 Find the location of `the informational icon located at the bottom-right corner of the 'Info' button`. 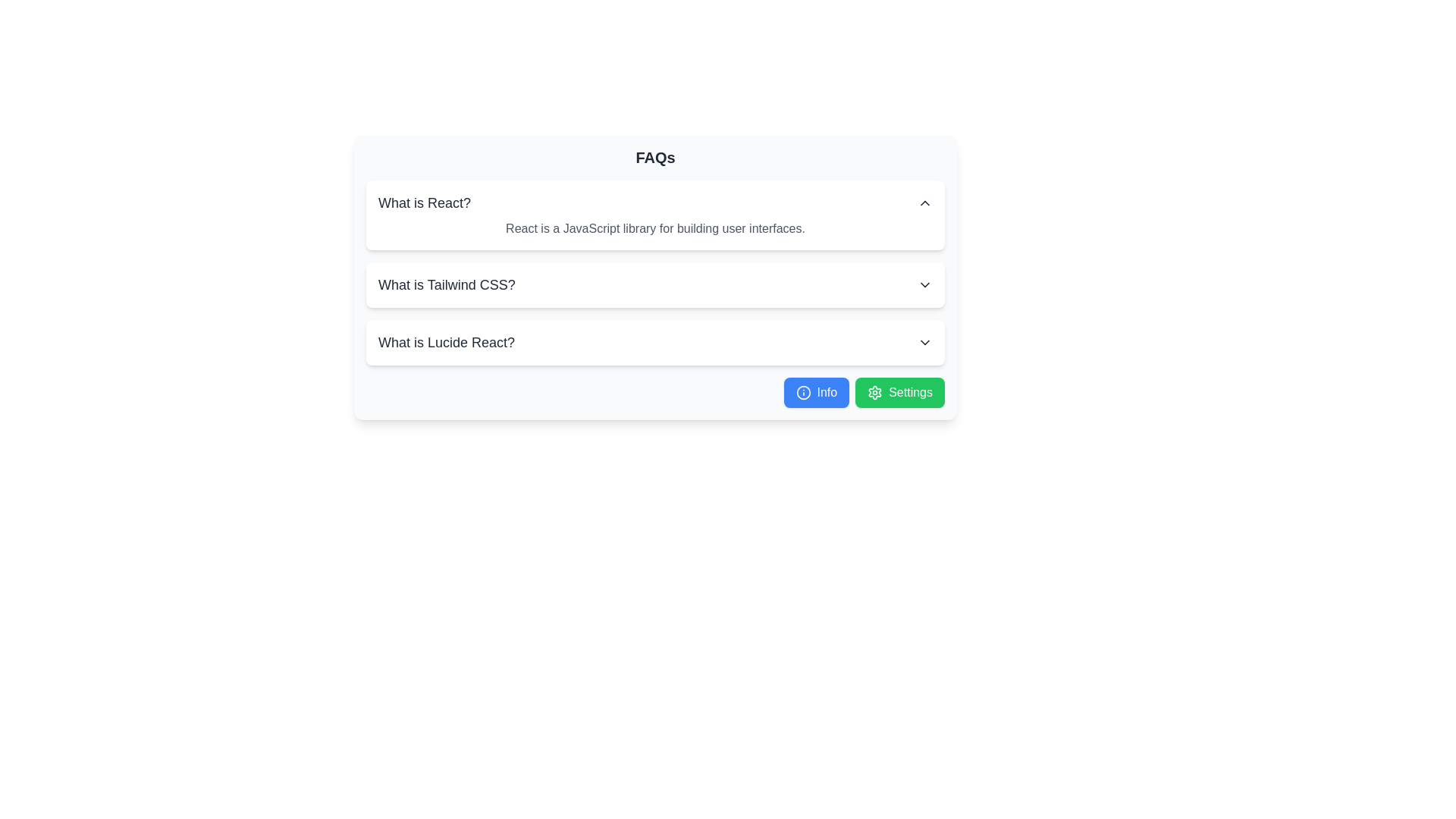

the informational icon located at the bottom-right corner of the 'Info' button is located at coordinates (802, 391).